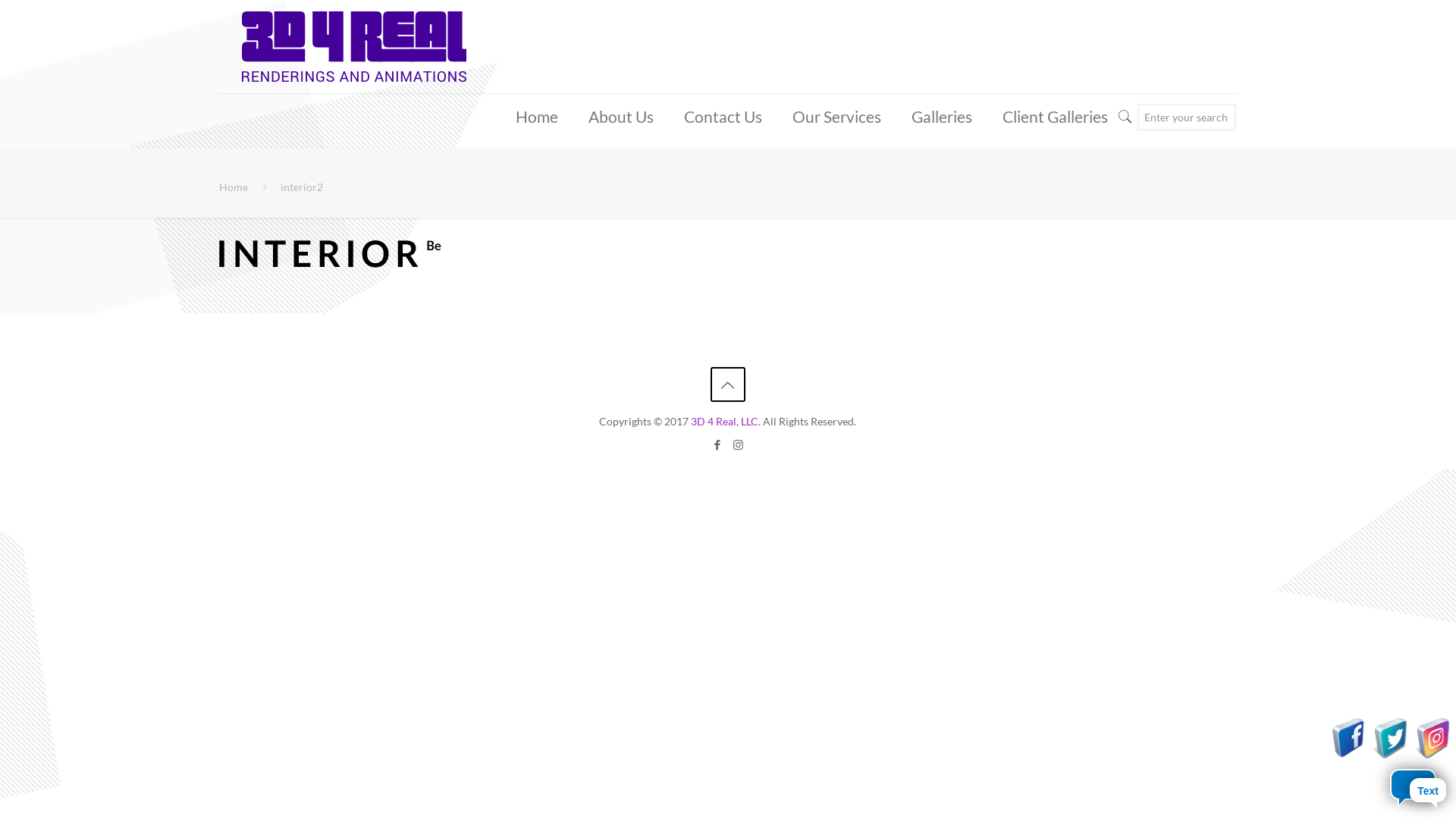 This screenshot has width=1456, height=819. Describe the element at coordinates (621, 116) in the screenshot. I see `'About Us'` at that location.